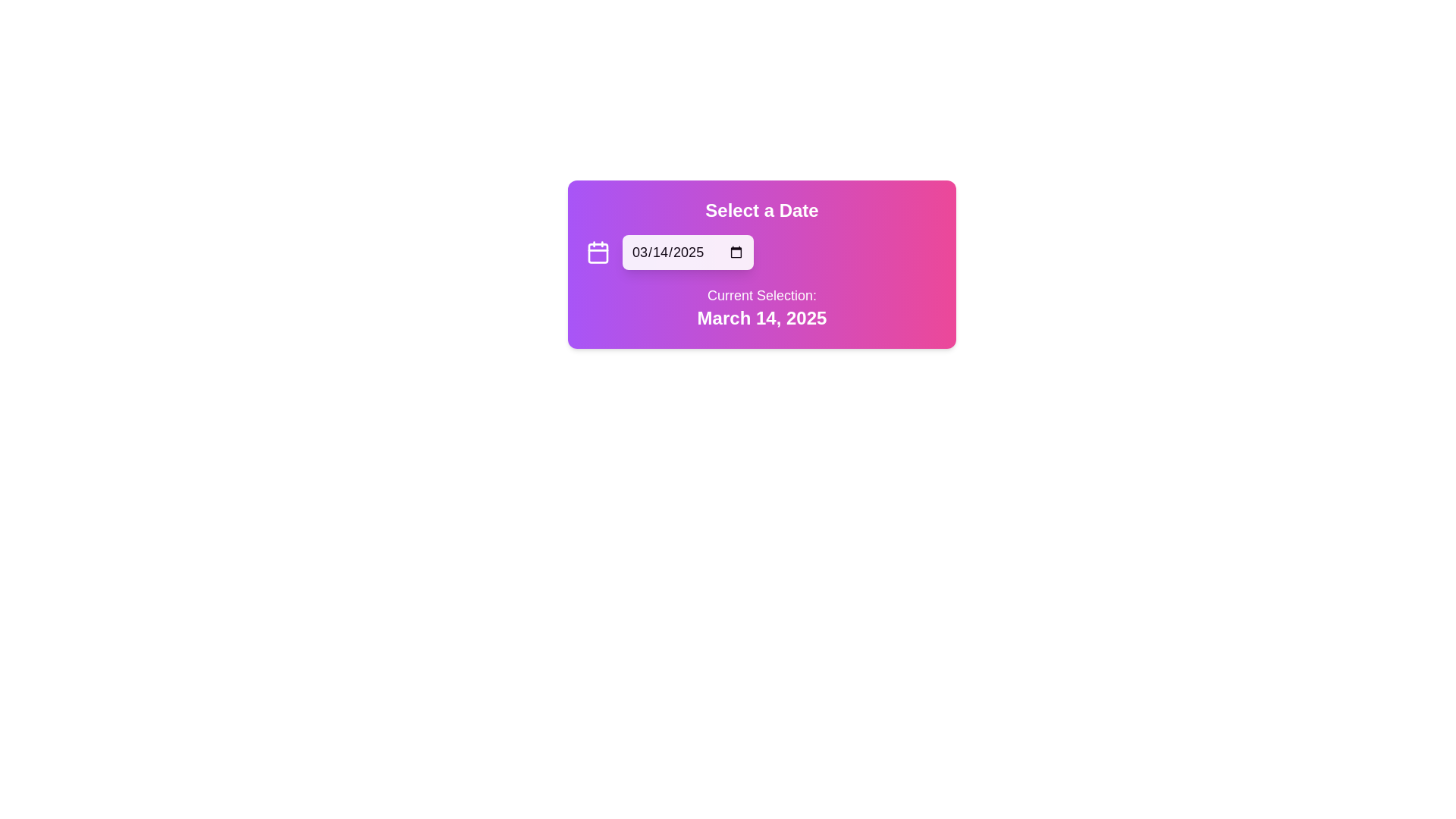 This screenshot has height=819, width=1456. I want to click on the date input field styled with rounded corners, currently displaying '03/14/2025', so click(687, 251).